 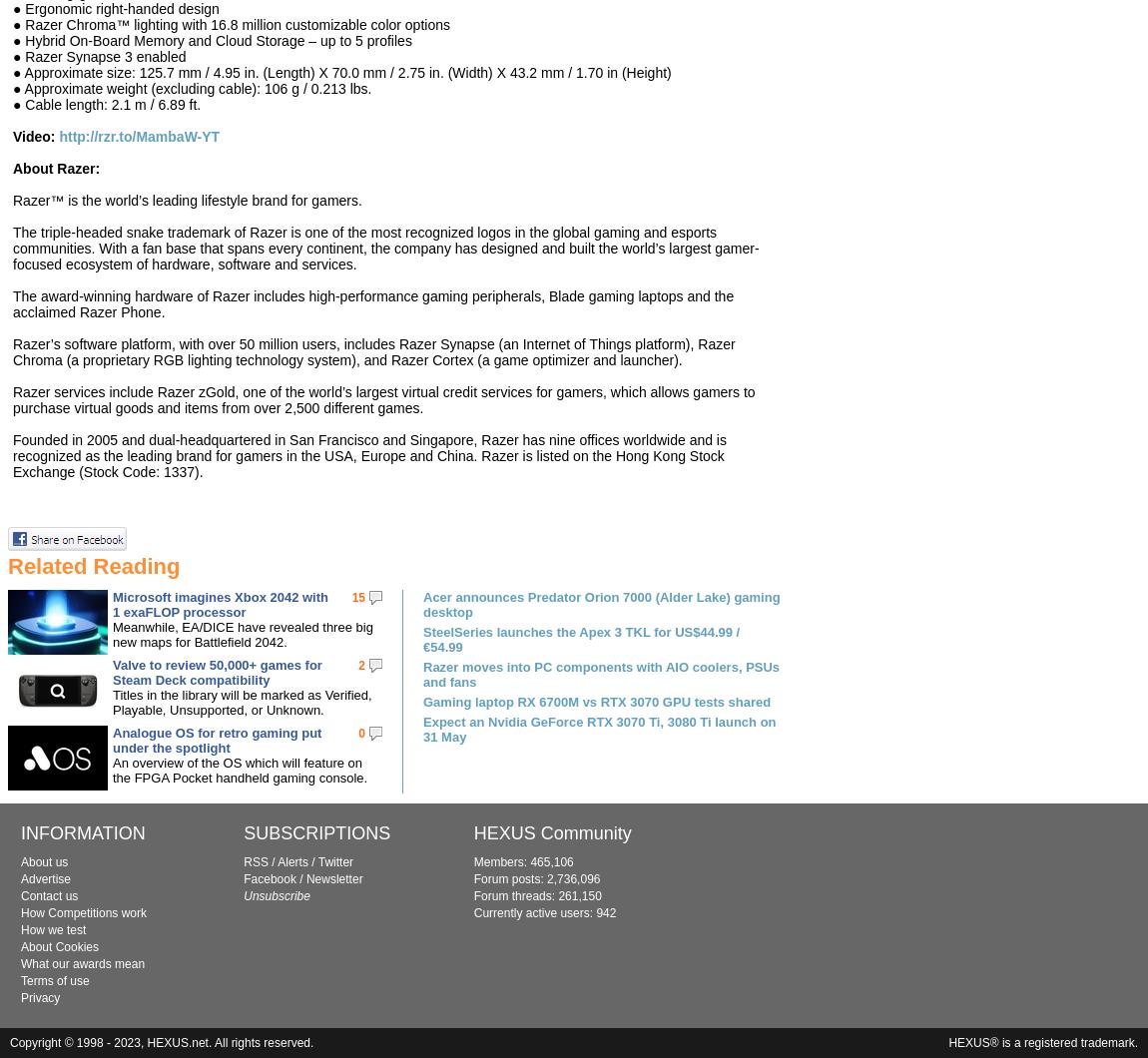 I want to click on 'About Razer:', so click(x=55, y=167).